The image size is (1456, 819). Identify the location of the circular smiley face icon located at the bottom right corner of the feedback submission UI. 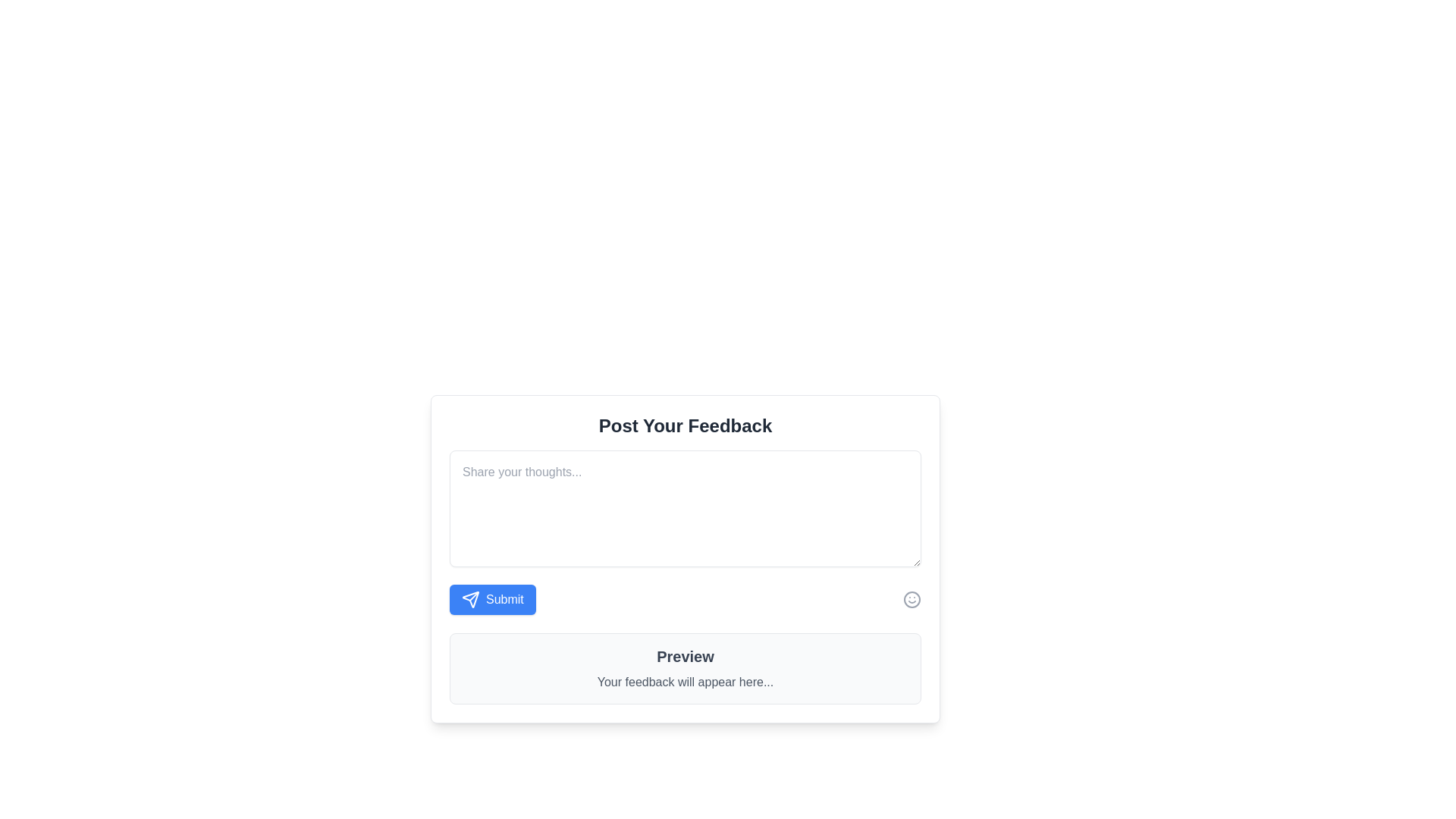
(912, 598).